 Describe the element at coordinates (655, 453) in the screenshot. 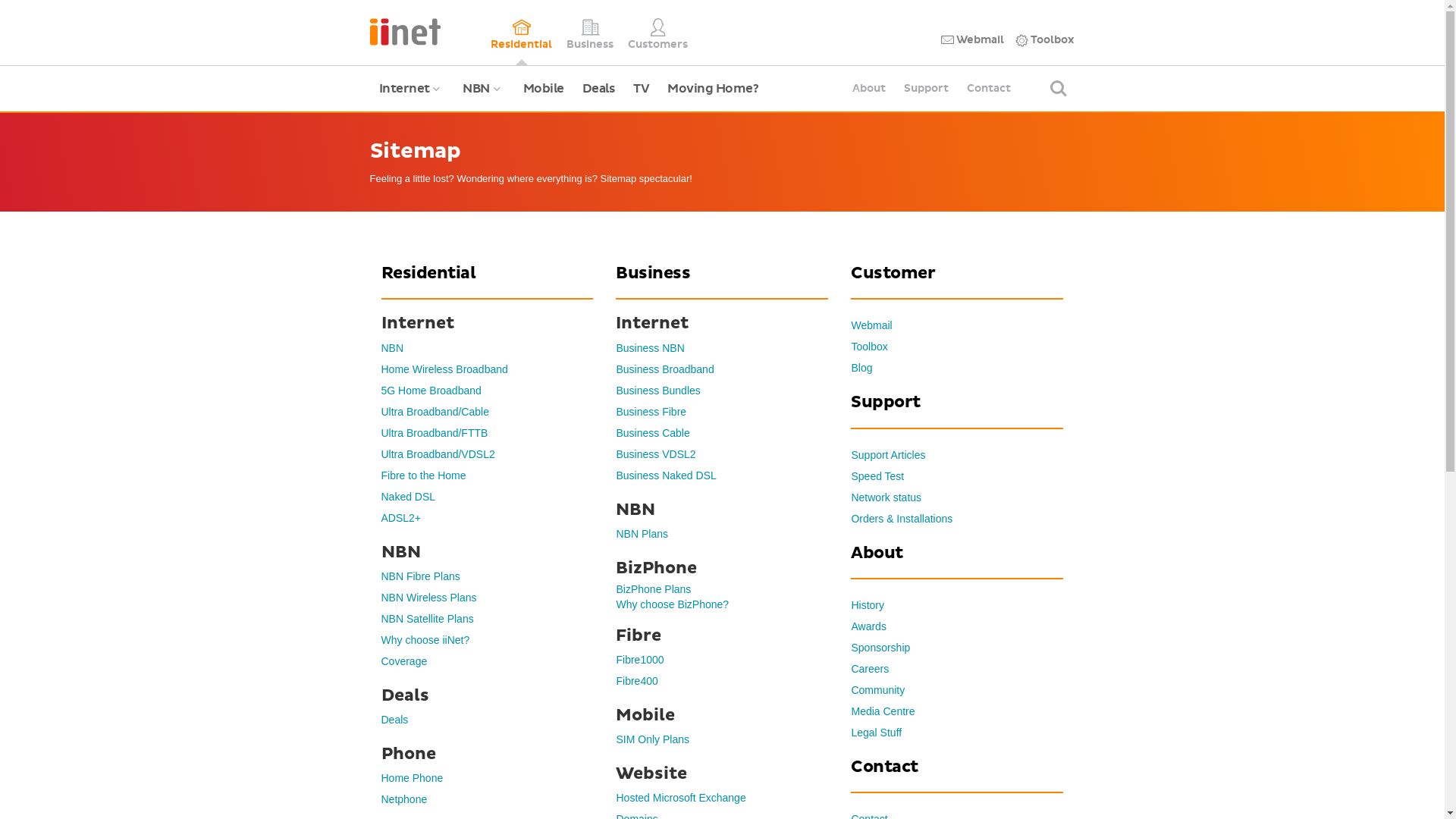

I see `'Business VDSL2'` at that location.